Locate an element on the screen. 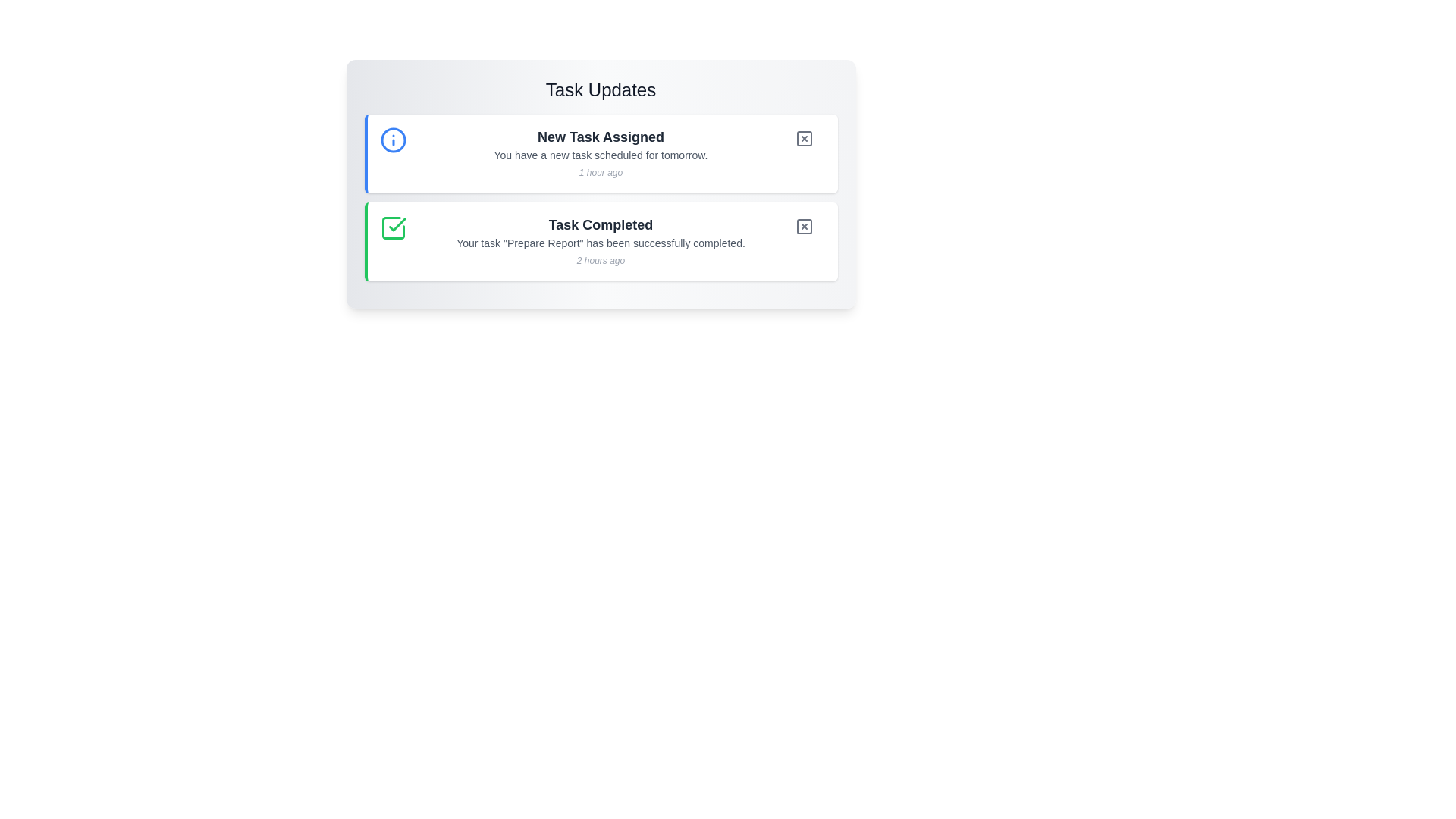 The height and width of the screenshot is (819, 1456). the informational icon located to the far left of the 'New Task Assigned' task update is located at coordinates (393, 140).